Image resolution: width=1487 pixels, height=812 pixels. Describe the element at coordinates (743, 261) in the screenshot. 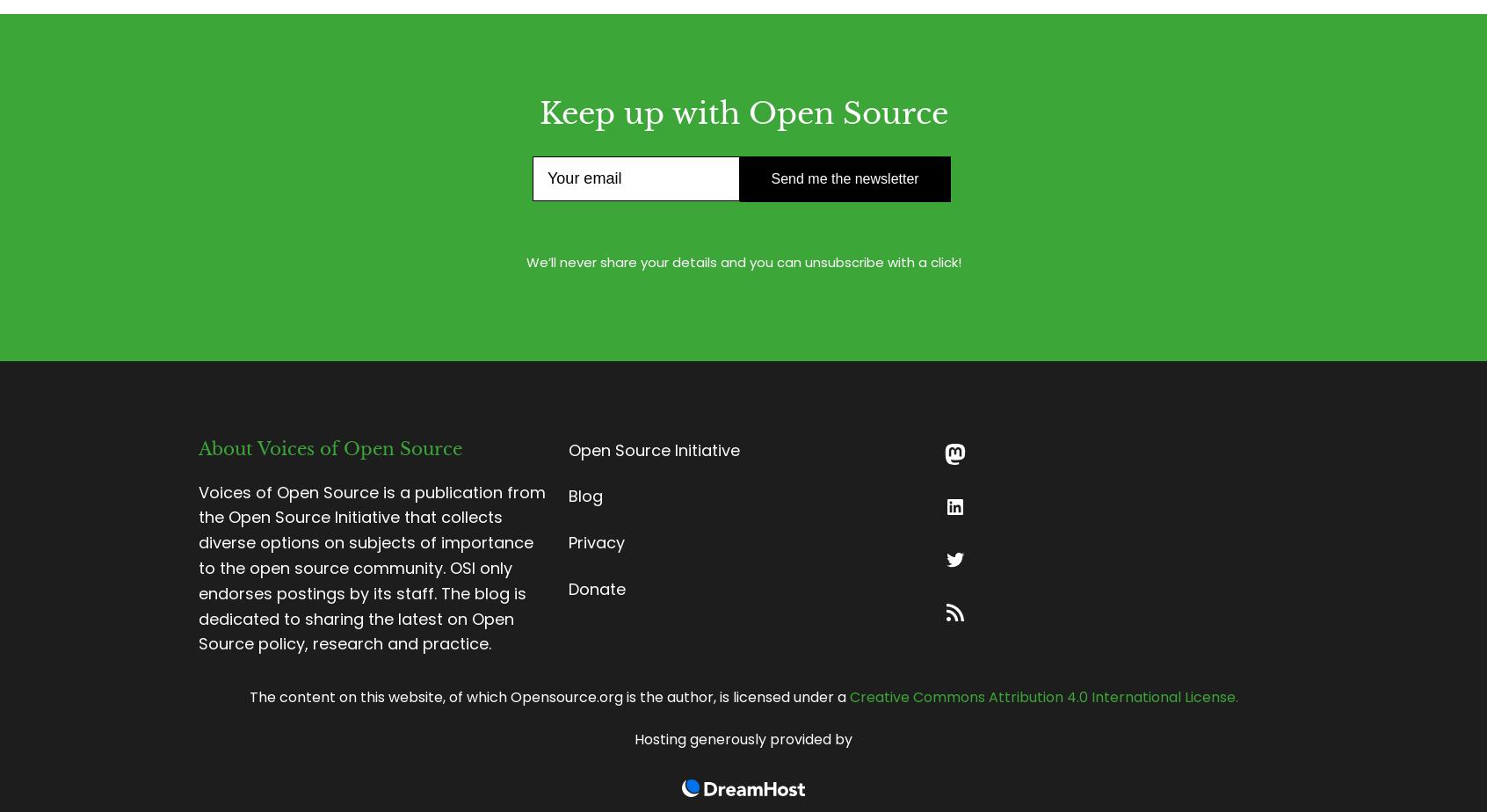

I see `'We’ll never share your details and you can unsubscribe with a click!'` at that location.